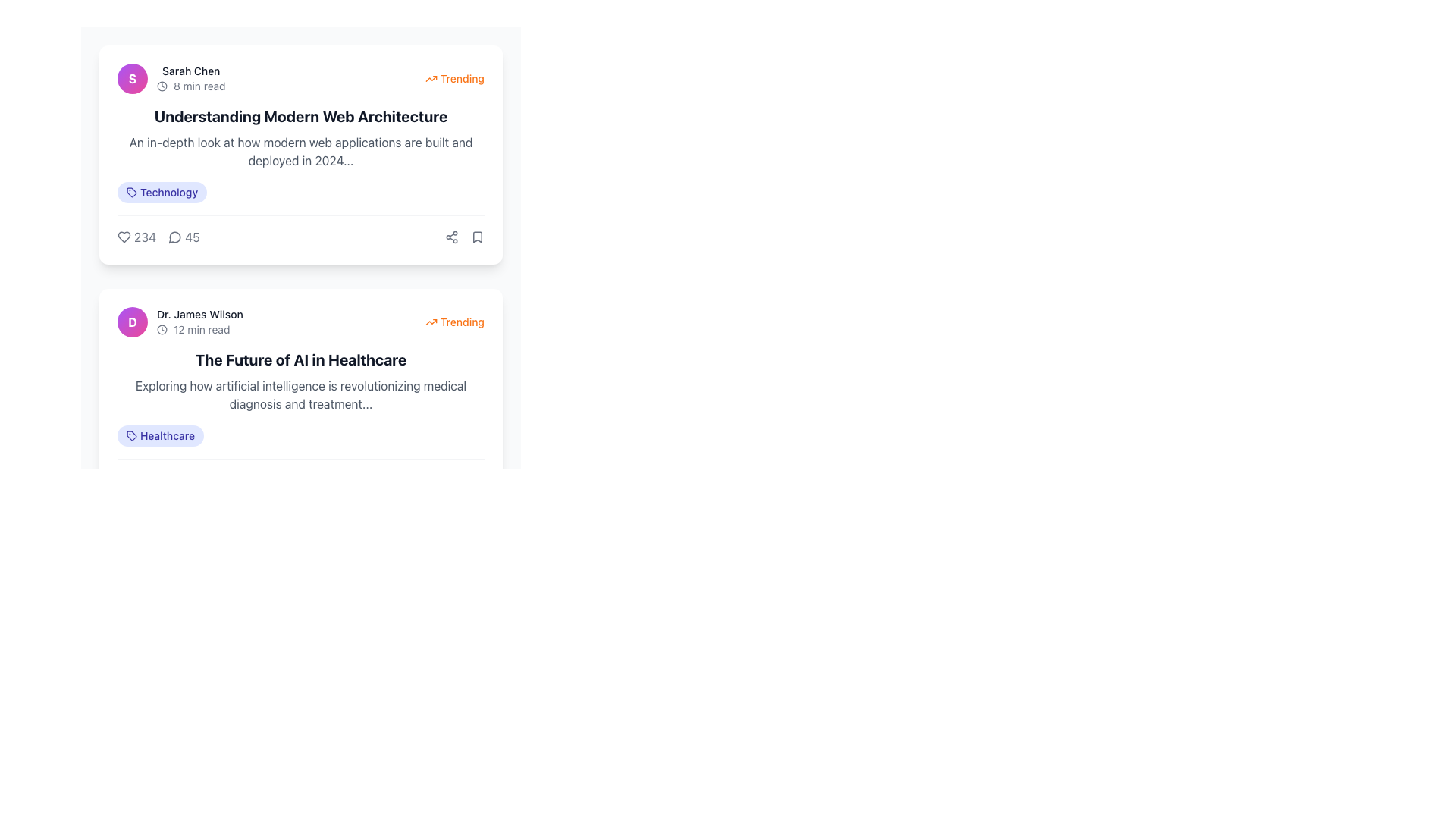 This screenshot has height=819, width=1456. I want to click on displayed author information segment containing the avatar and the text 'Dr. James Wilson' and '12 min read' located in the second card component below 'Understanding Modern Web Architecture', so click(180, 321).